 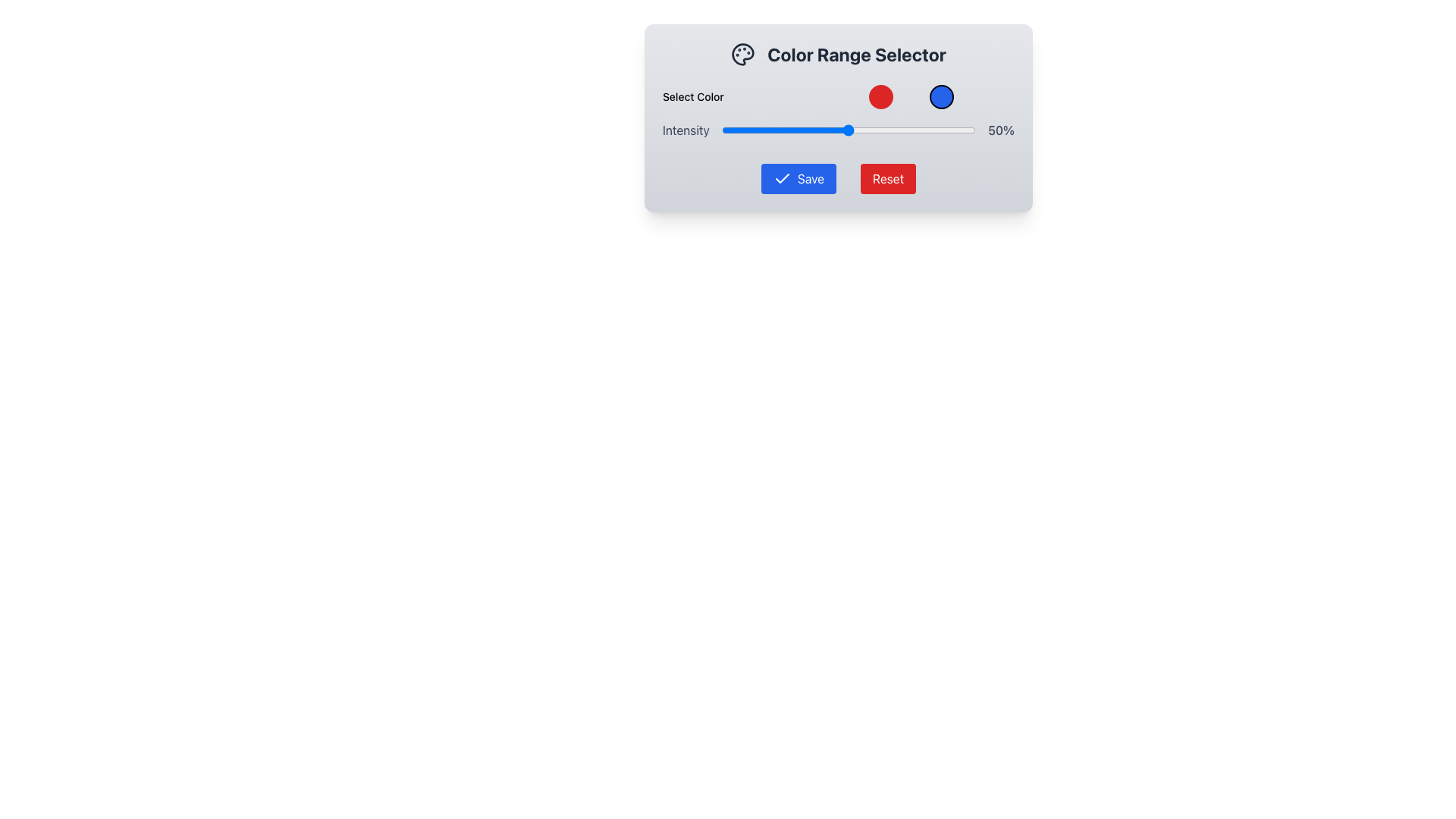 I want to click on small circular palette icon located to the left of the 'Color Range Selector' title text in the header area of the modal dialog for accessibility purposes, so click(x=743, y=54).